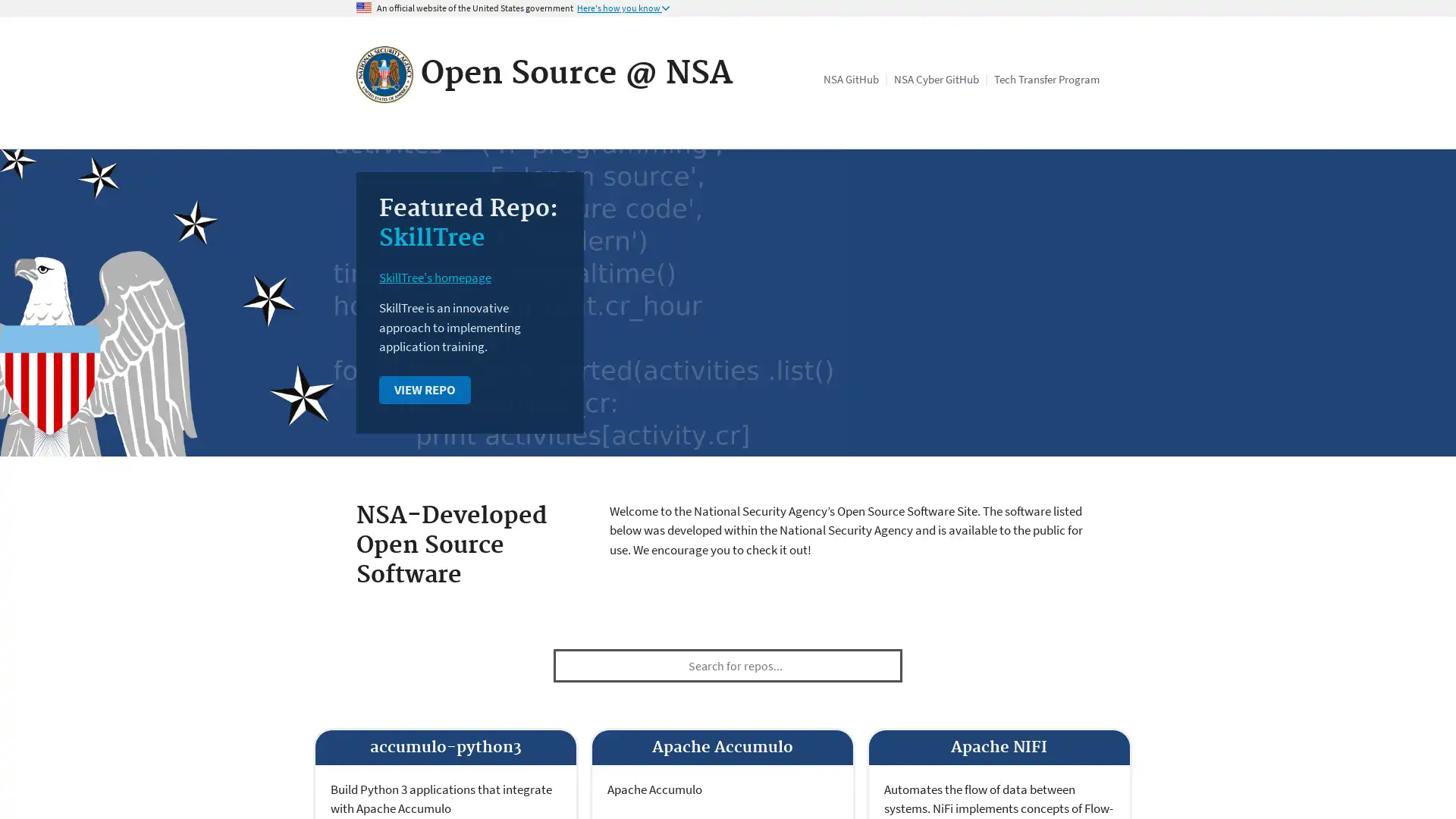  What do you see at coordinates (623, 8) in the screenshot?
I see `Here's how you know` at bounding box center [623, 8].